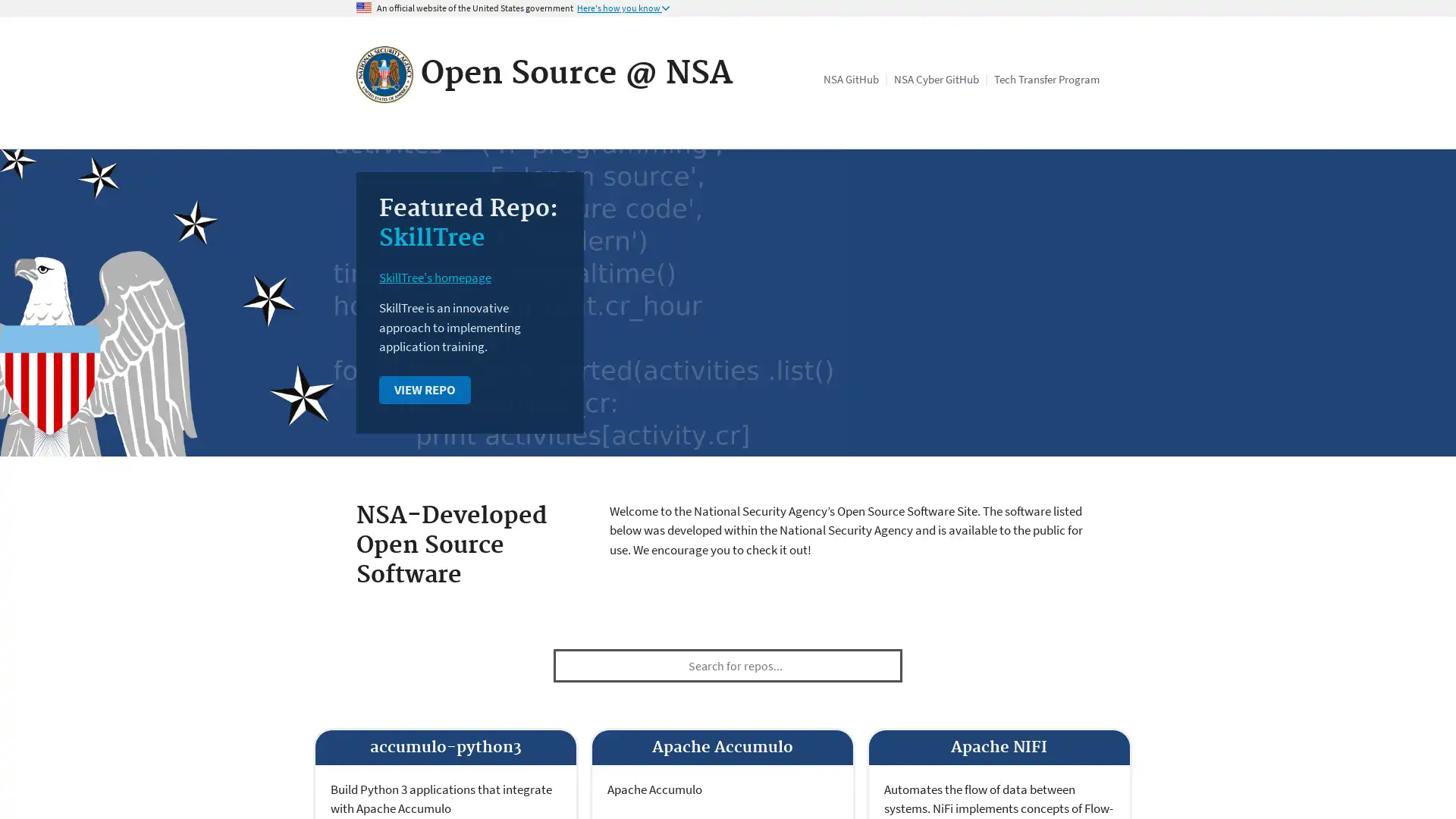  What do you see at coordinates (623, 8) in the screenshot?
I see `Here's how you know` at bounding box center [623, 8].